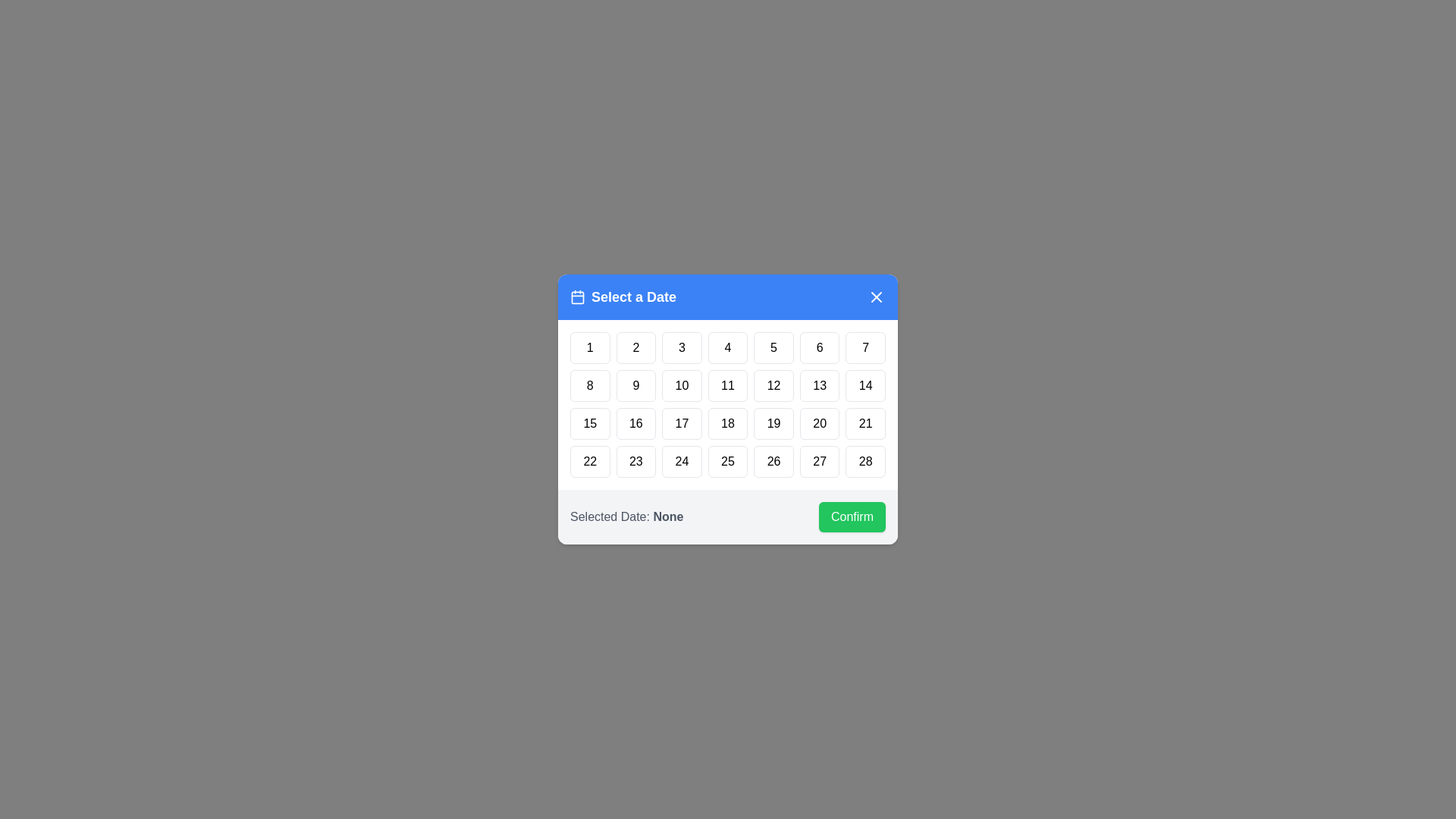 The width and height of the screenshot is (1456, 819). I want to click on the day button labeled 20 to highlight it, so click(818, 424).